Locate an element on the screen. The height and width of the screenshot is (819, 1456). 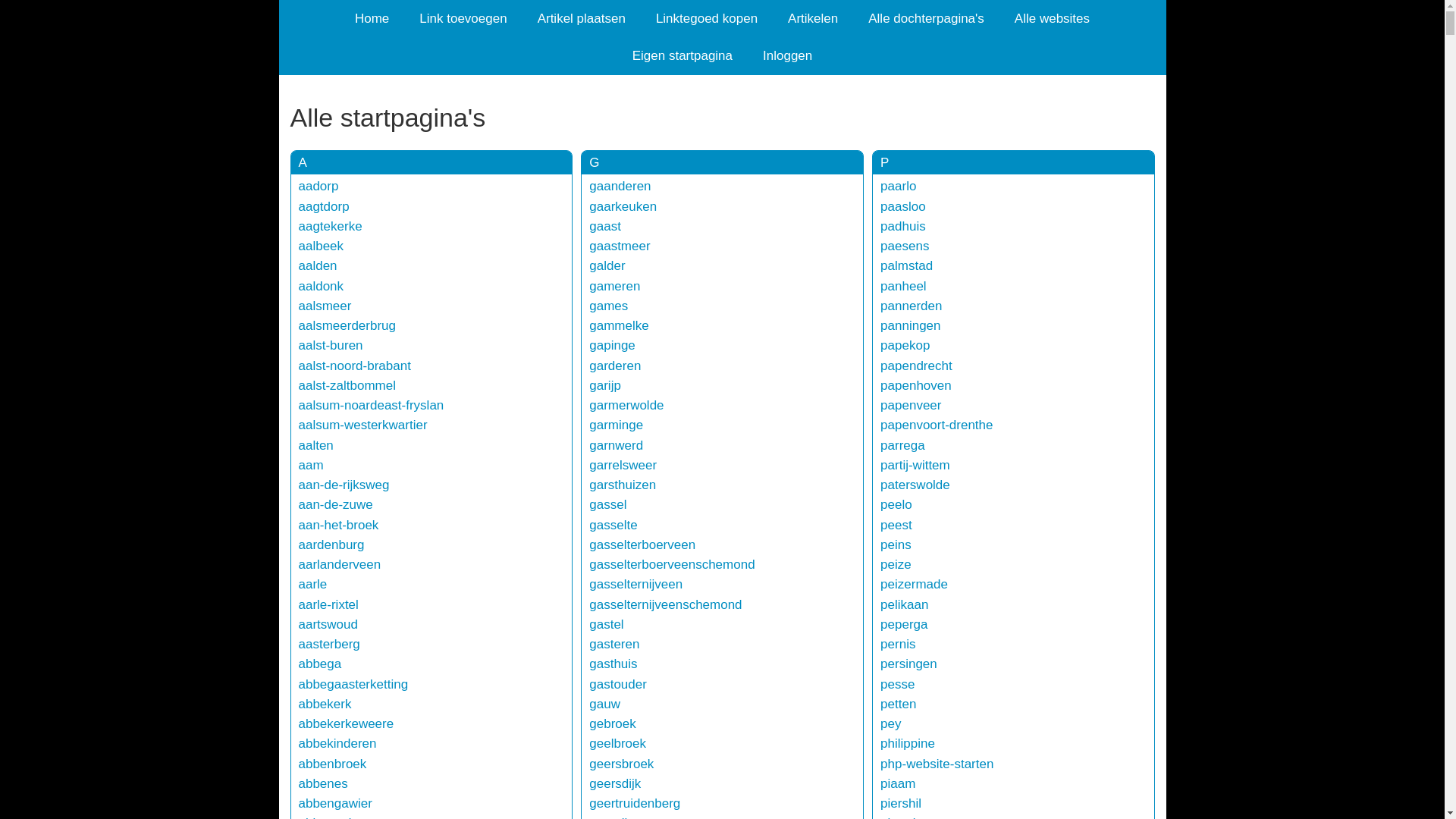
'Artikel plaatsen' is located at coordinates (522, 18).